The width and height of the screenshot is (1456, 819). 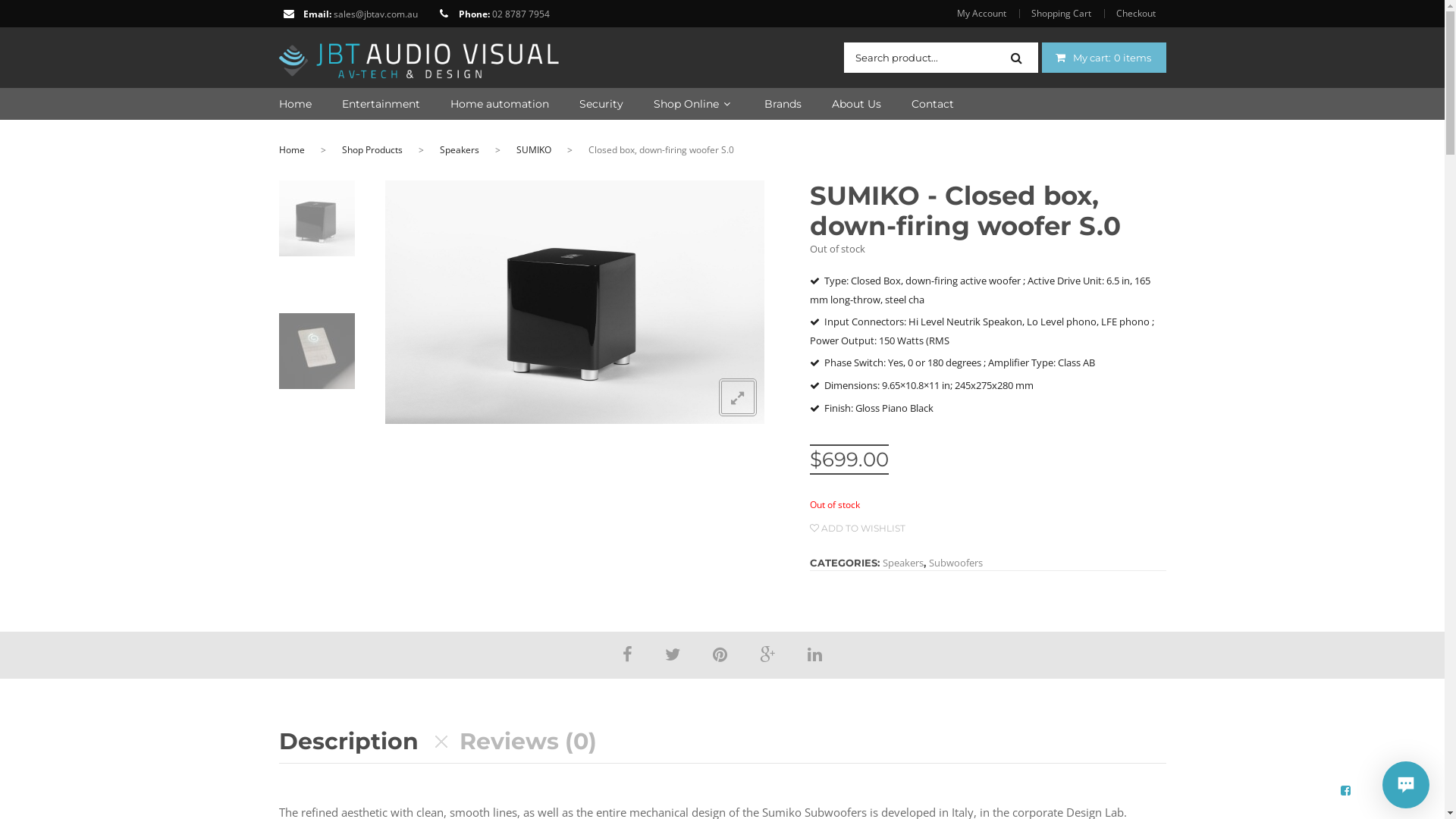 What do you see at coordinates (858, 527) in the screenshot?
I see `'ADD TO WISHLIST'` at bounding box center [858, 527].